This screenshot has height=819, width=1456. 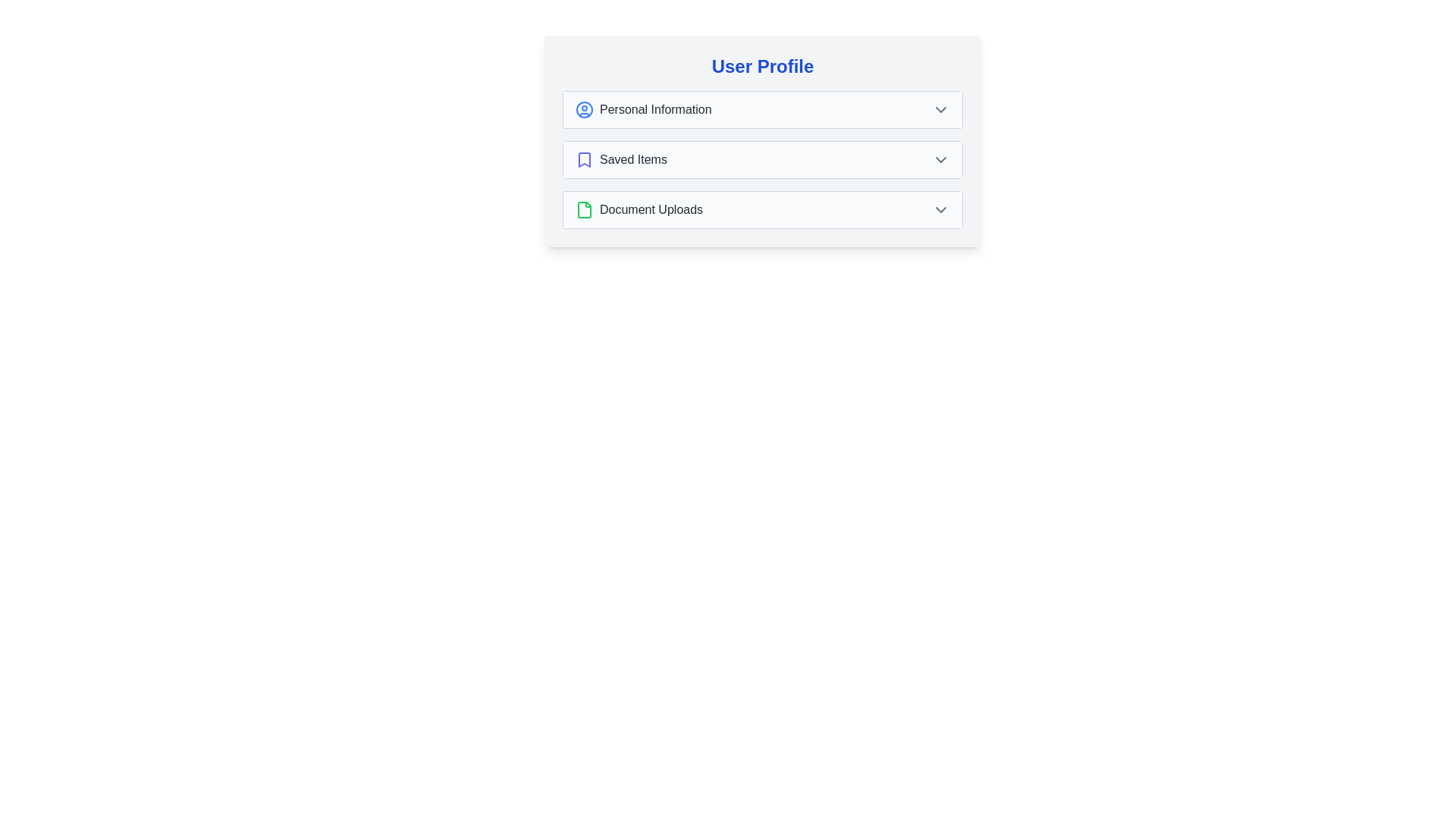 What do you see at coordinates (639, 210) in the screenshot?
I see `on the third menu item under the 'User Profile' section` at bounding box center [639, 210].